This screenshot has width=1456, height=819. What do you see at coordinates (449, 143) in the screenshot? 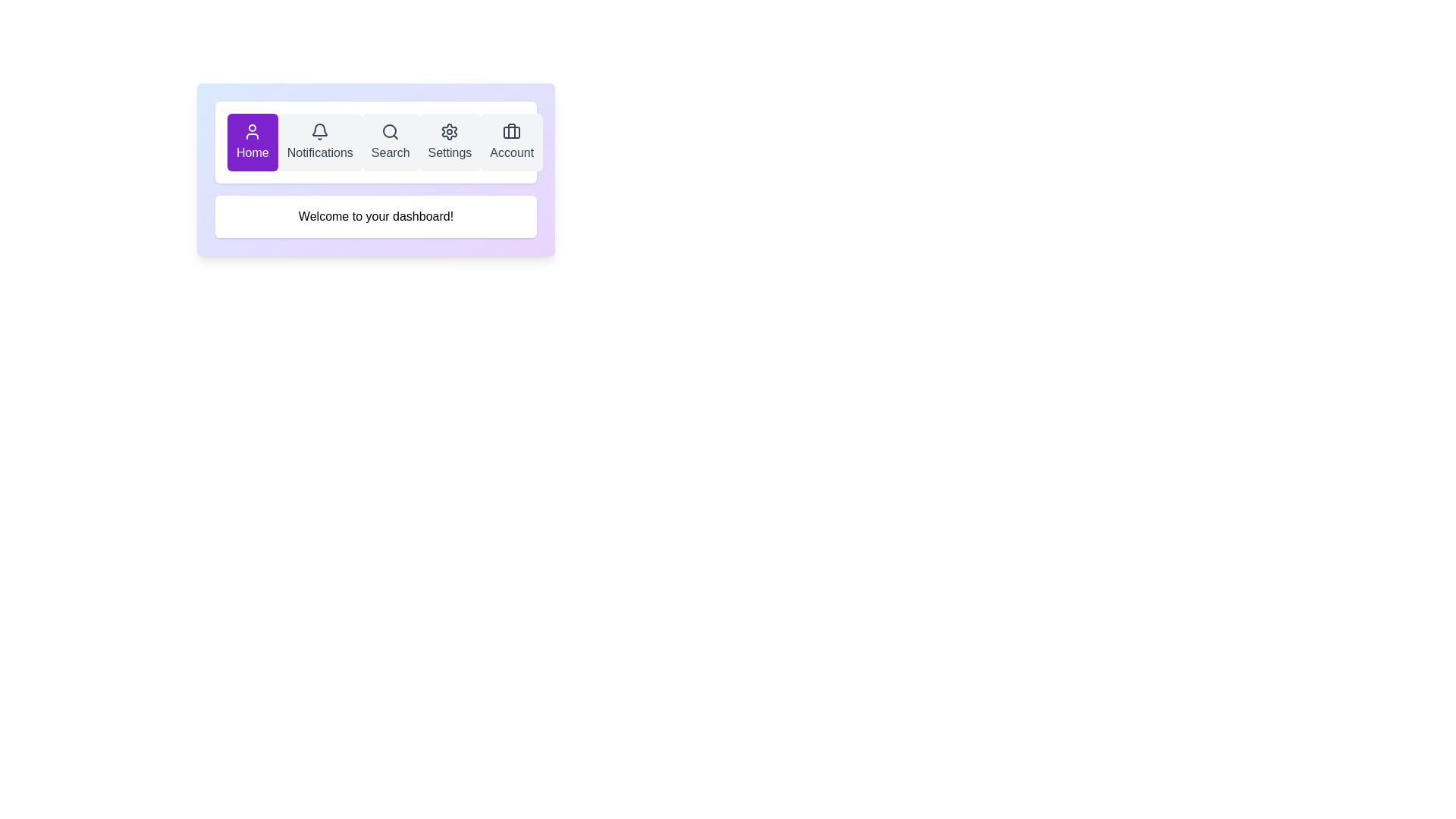
I see `the settings button located in the navigation bar, which is the fourth item from the left` at bounding box center [449, 143].